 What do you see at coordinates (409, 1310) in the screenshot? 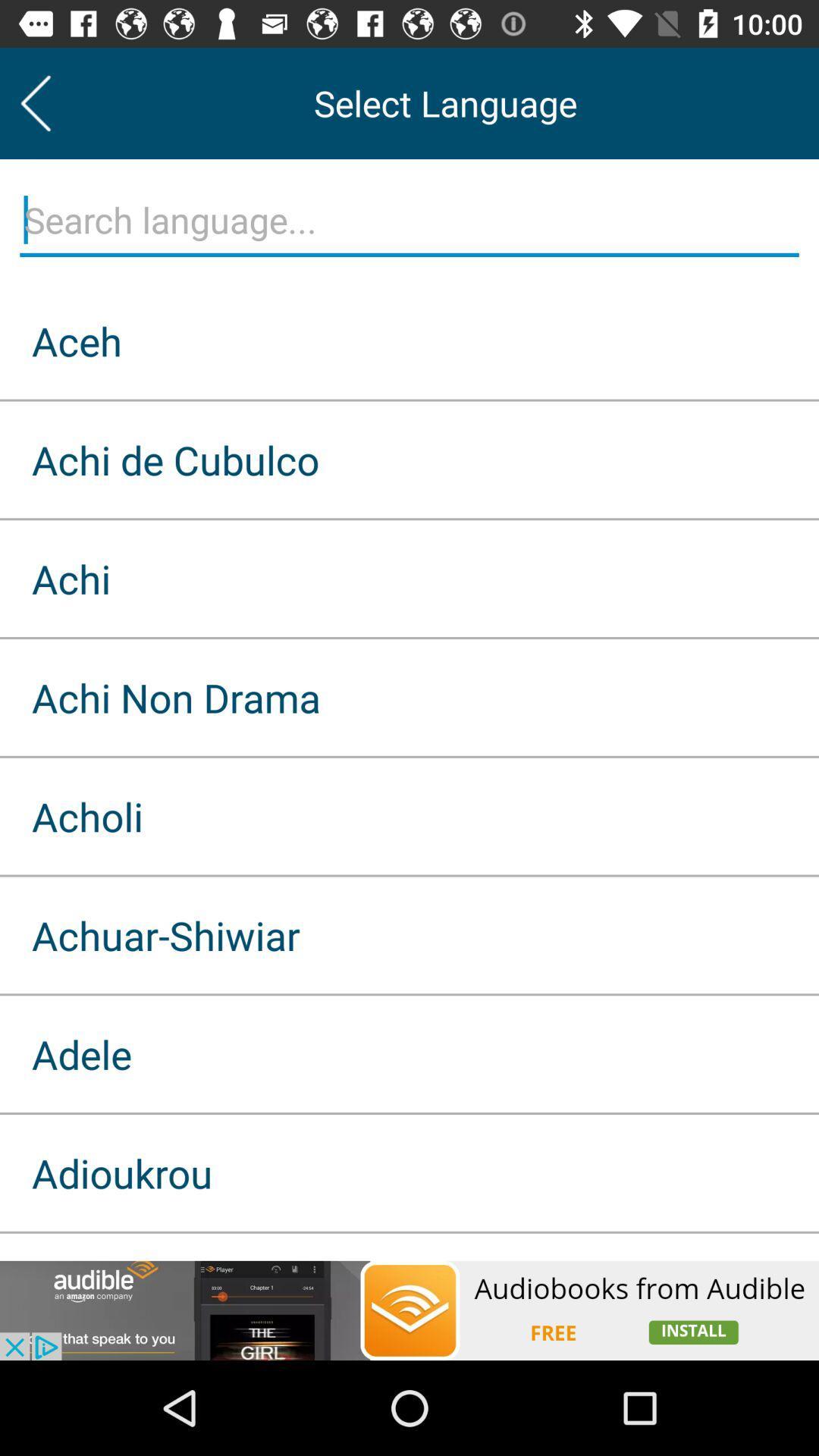
I see `audible` at bounding box center [409, 1310].